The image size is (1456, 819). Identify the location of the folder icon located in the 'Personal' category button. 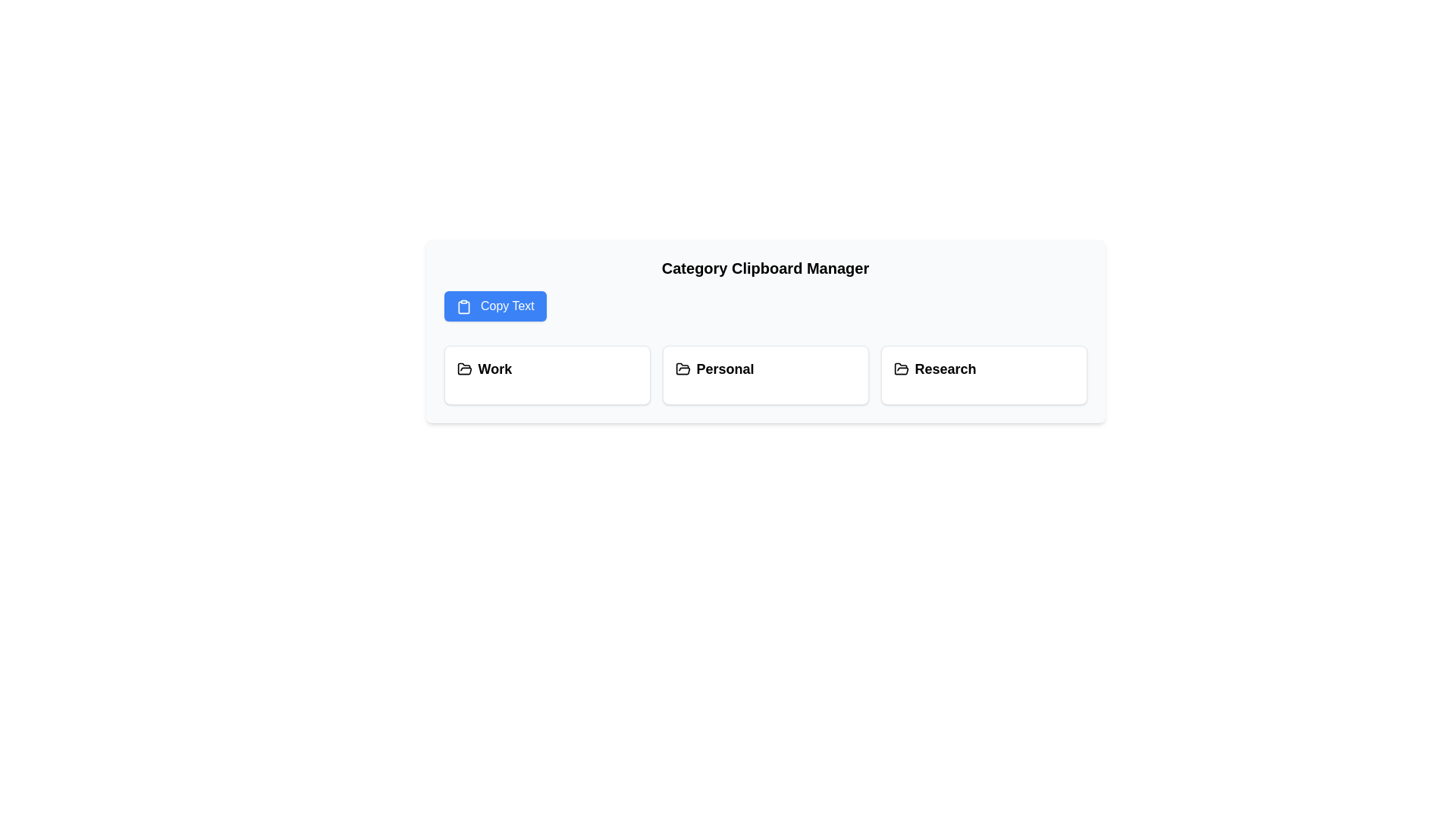
(682, 369).